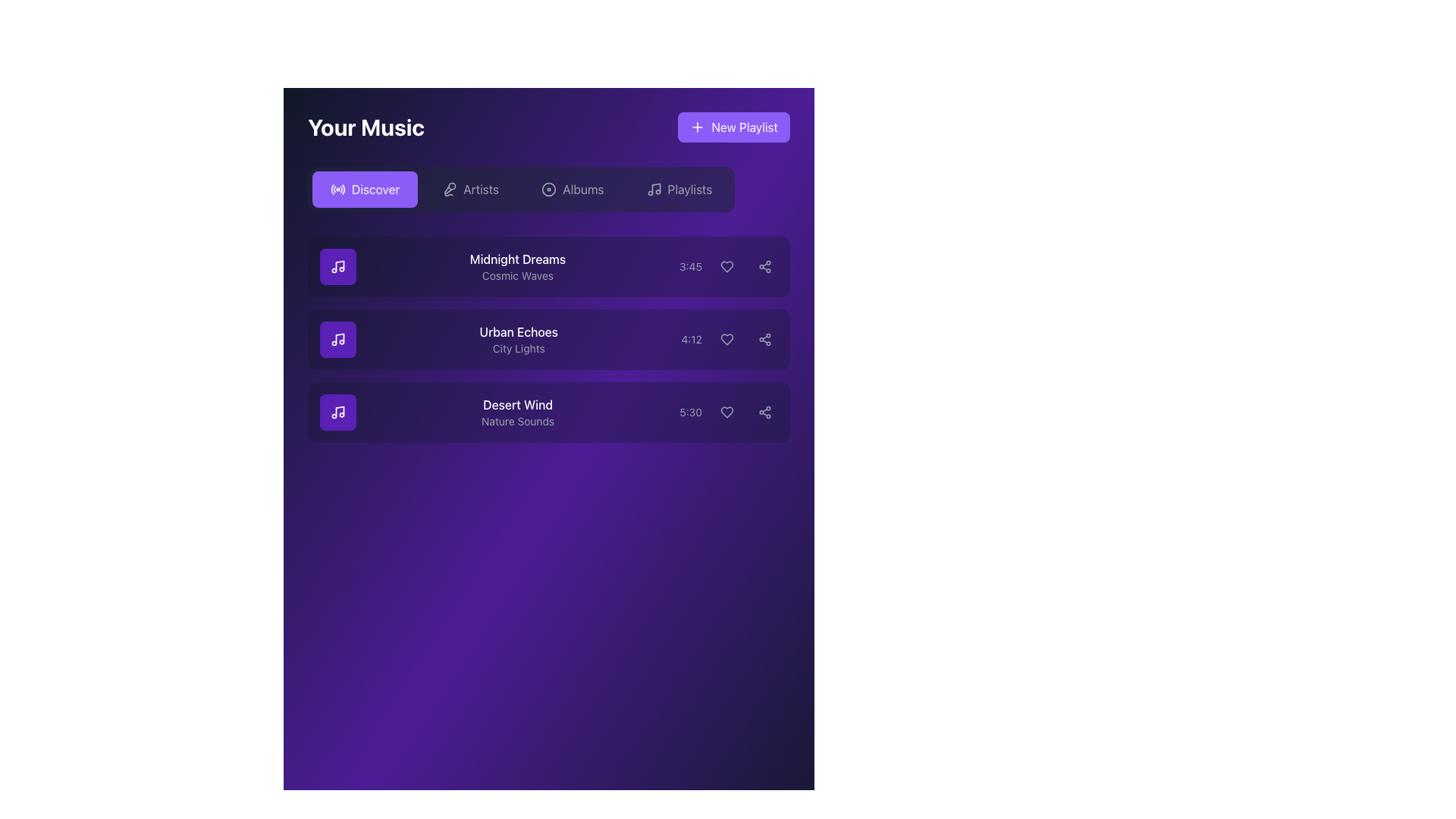  I want to click on the text display area titled 'Midnight Dreams' with the subtitle 'Cosmic Waves', which is located at the top of a list and has a violet background, so click(517, 265).